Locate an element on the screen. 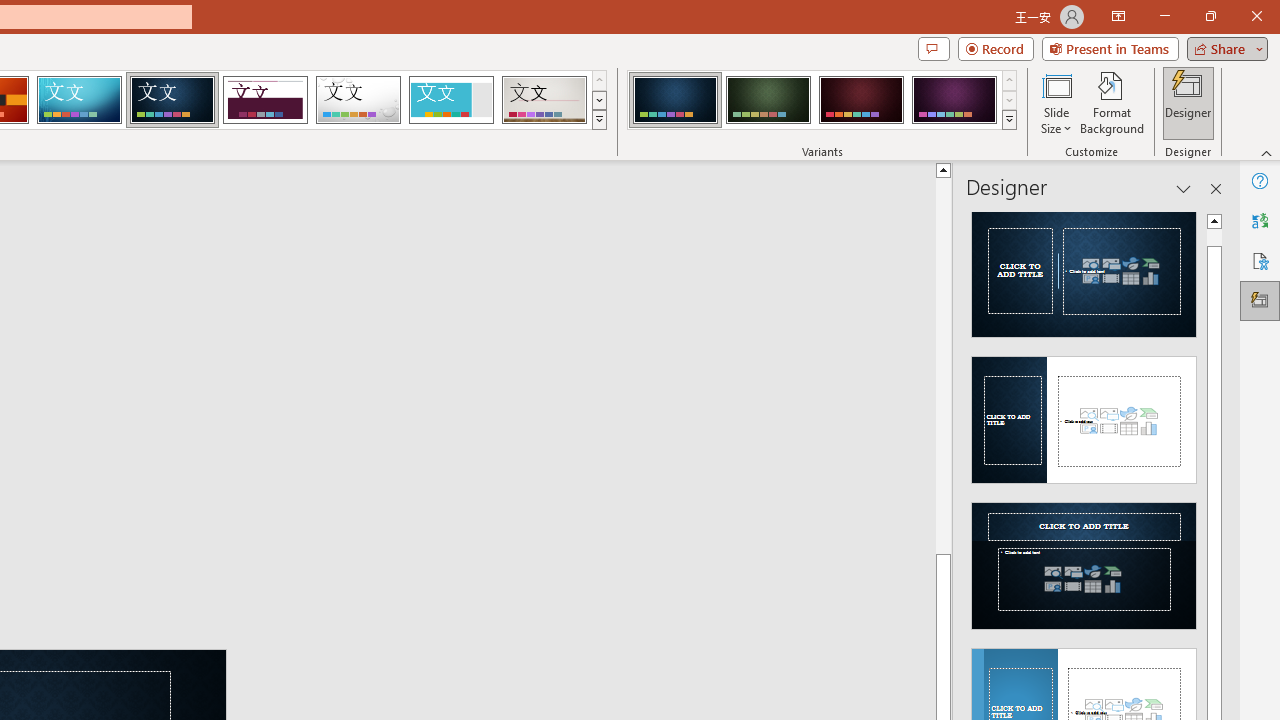 Image resolution: width=1280 pixels, height=720 pixels. 'Damask' is located at coordinates (172, 100).